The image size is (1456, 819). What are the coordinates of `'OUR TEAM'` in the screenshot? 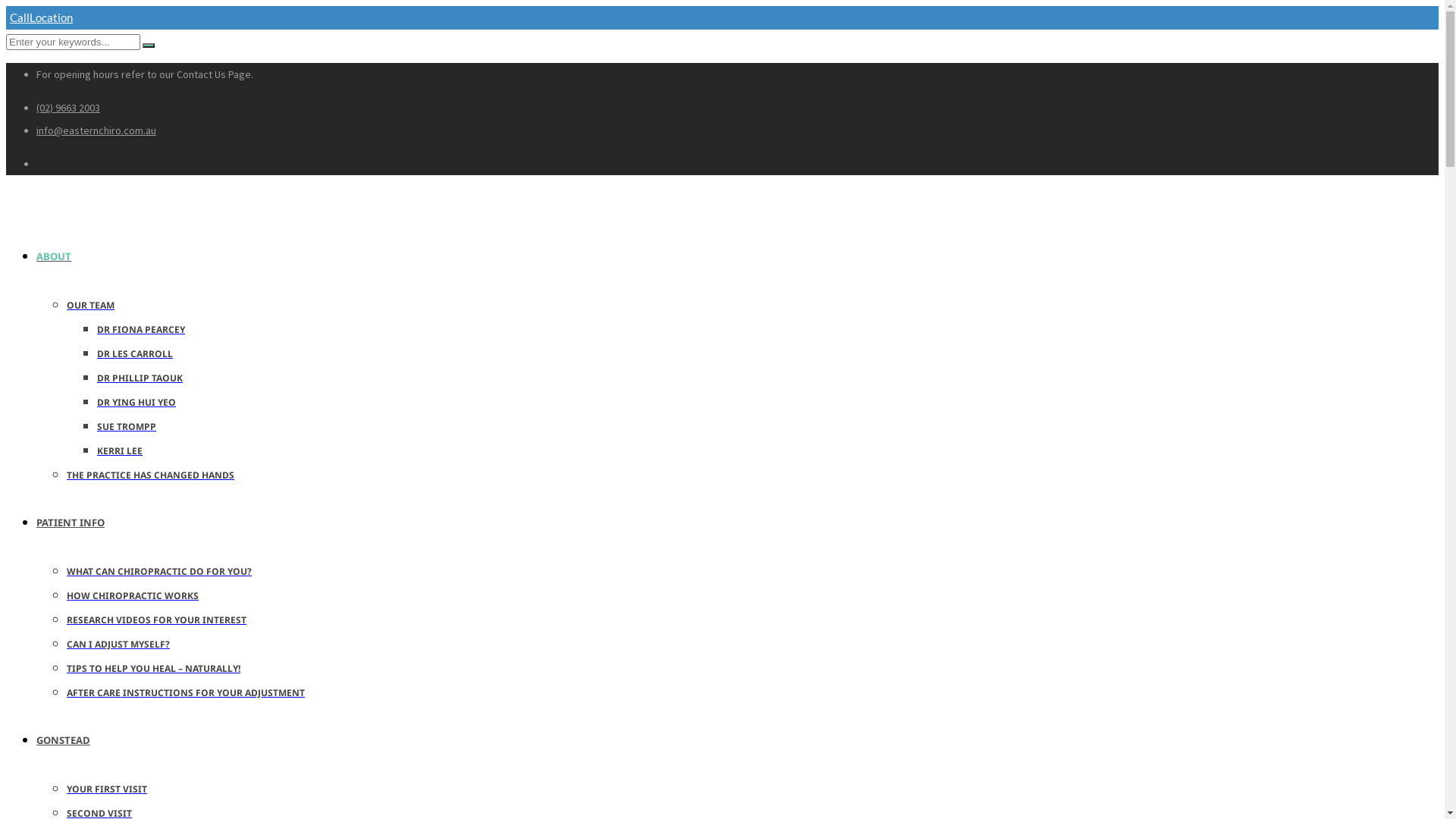 It's located at (65, 305).